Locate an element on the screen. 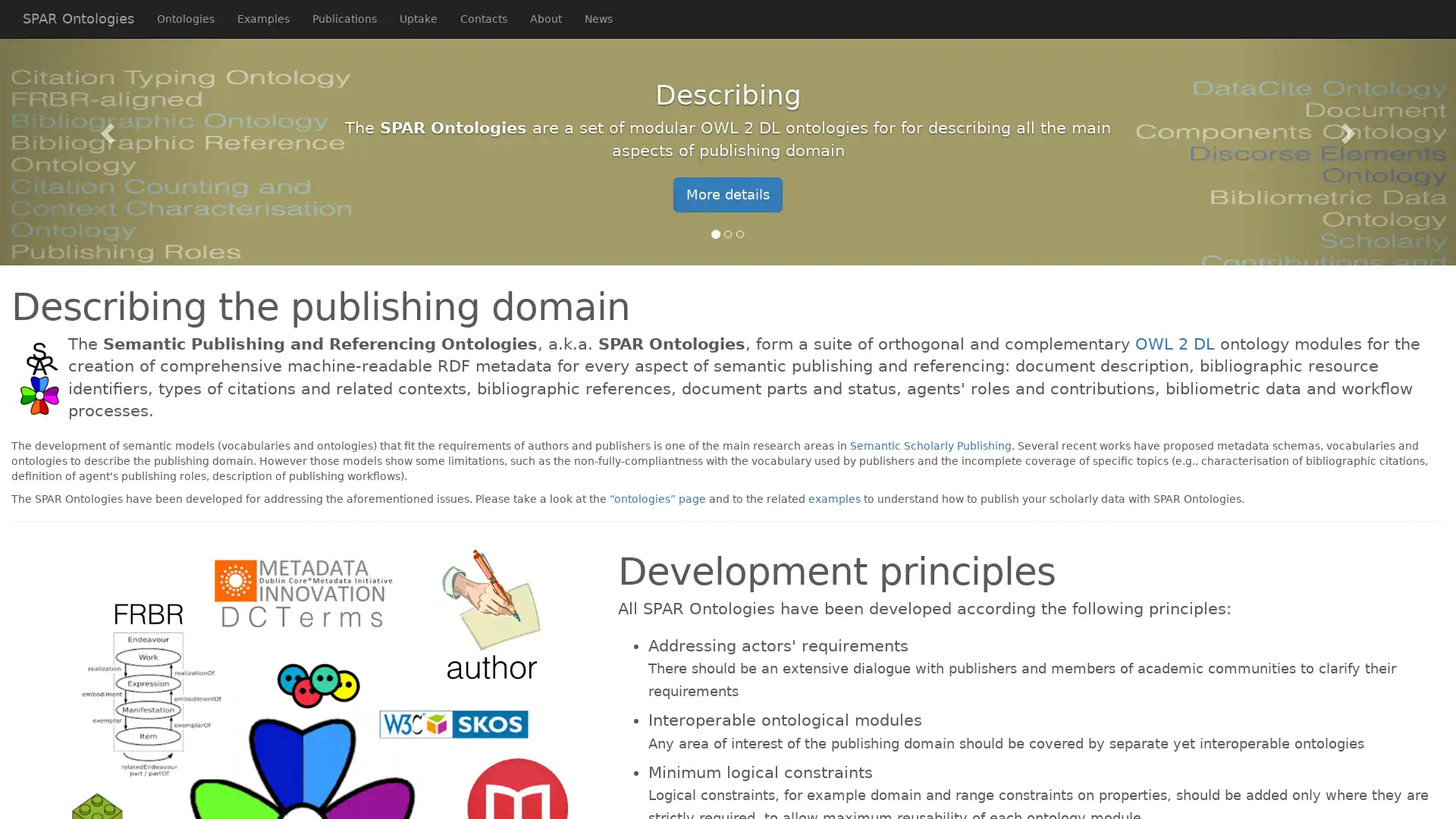  More details is located at coordinates (728, 194).